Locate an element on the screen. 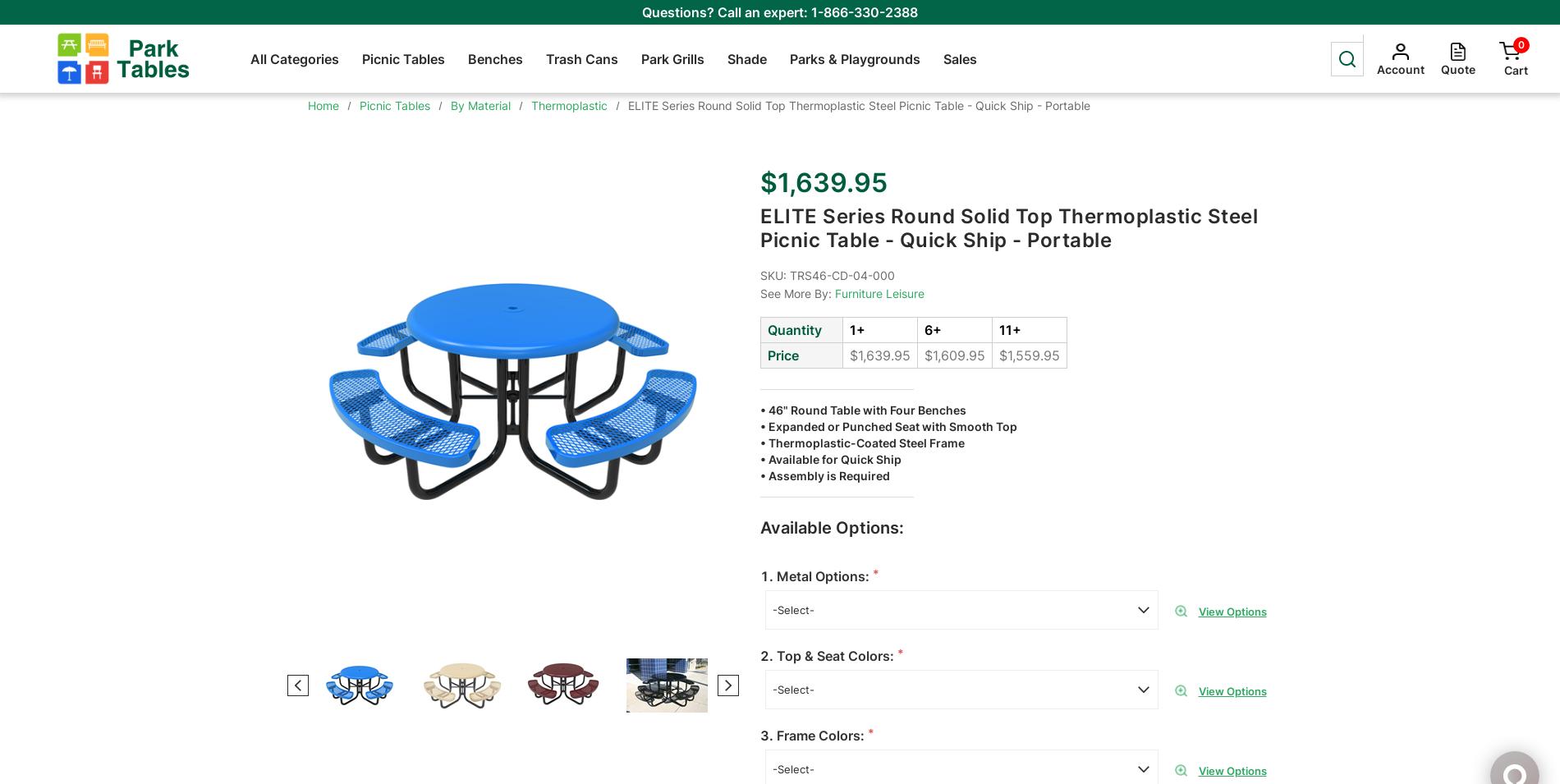  '11+' is located at coordinates (1009, 328).